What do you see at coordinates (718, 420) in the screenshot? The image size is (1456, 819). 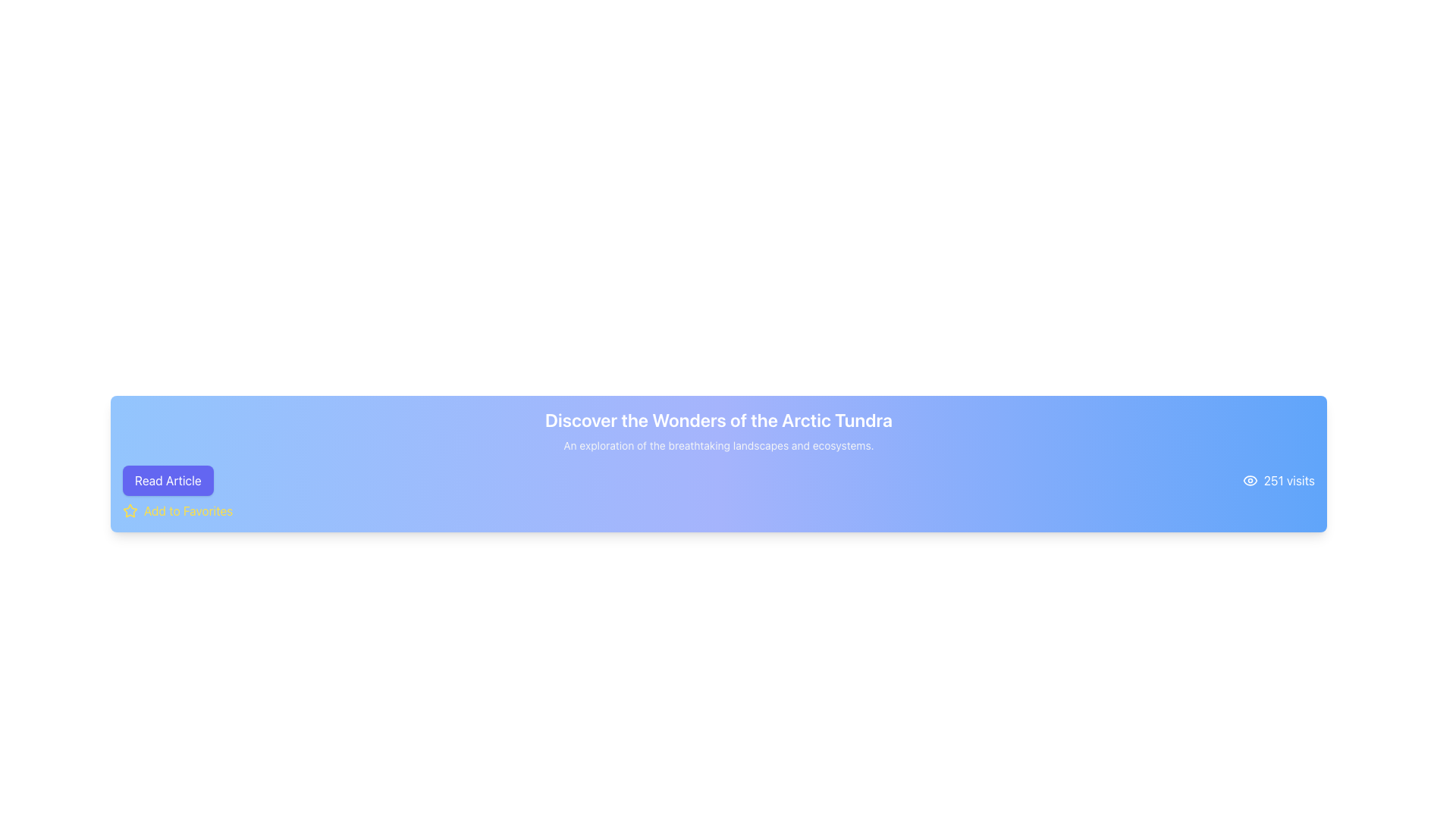 I see `the text element reading 'Discover the Wonders of the Arctic Tundra', which is styled in bold, large white font against a gradient blue background` at bounding box center [718, 420].